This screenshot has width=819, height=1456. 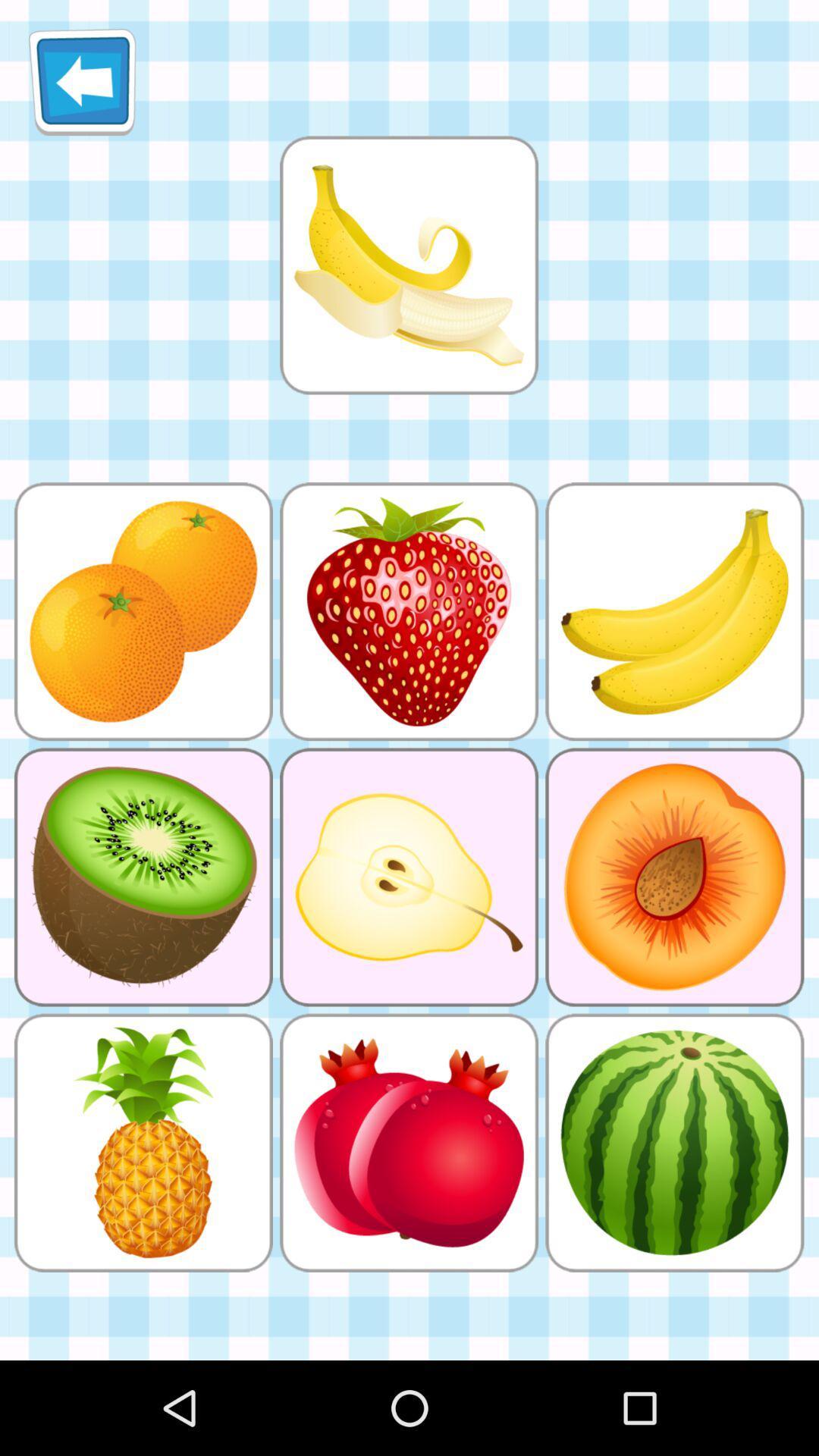 What do you see at coordinates (82, 87) in the screenshot?
I see `the arrow_backward icon` at bounding box center [82, 87].